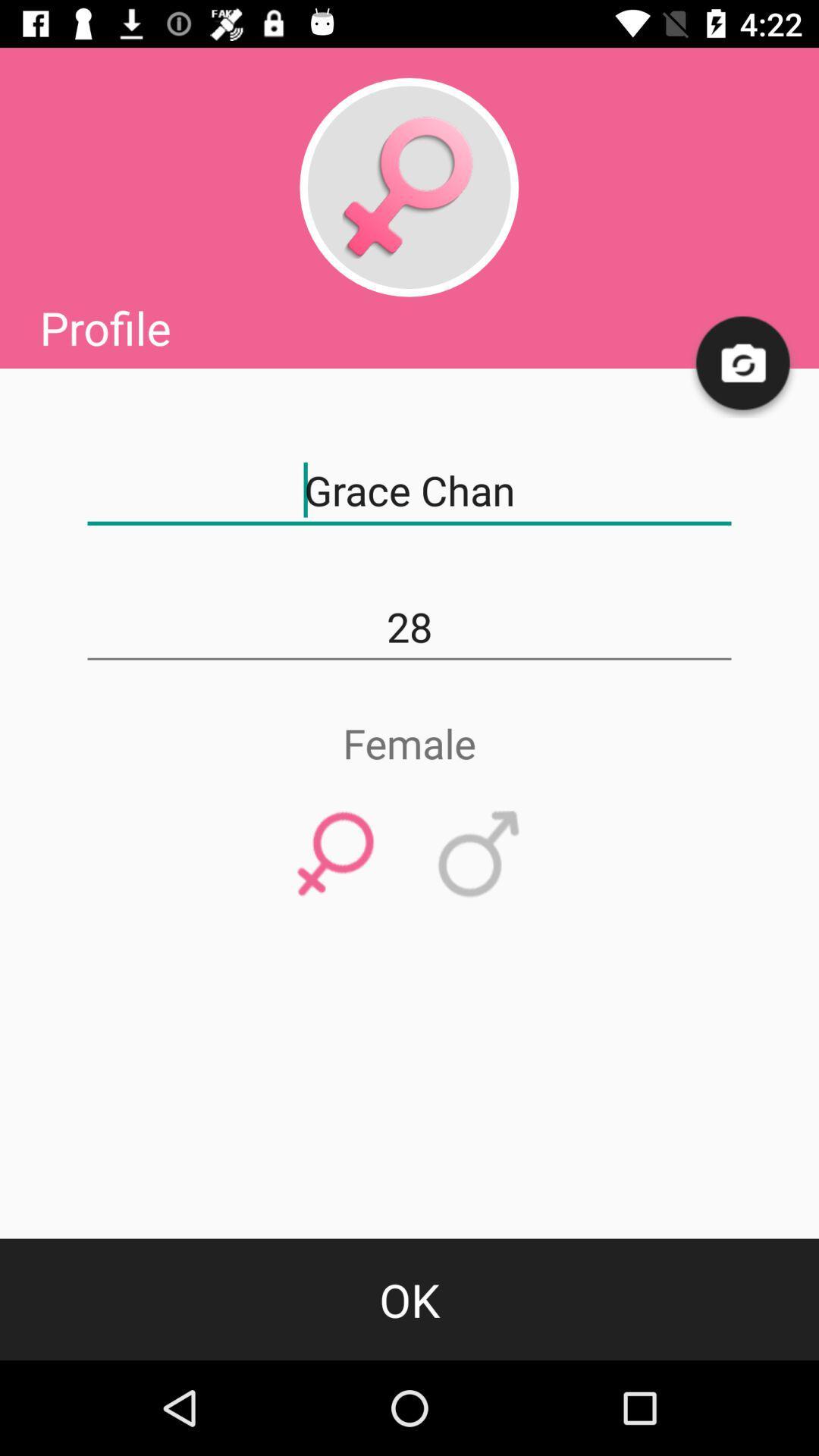 This screenshot has width=819, height=1456. Describe the element at coordinates (408, 187) in the screenshot. I see `item above profile` at that location.